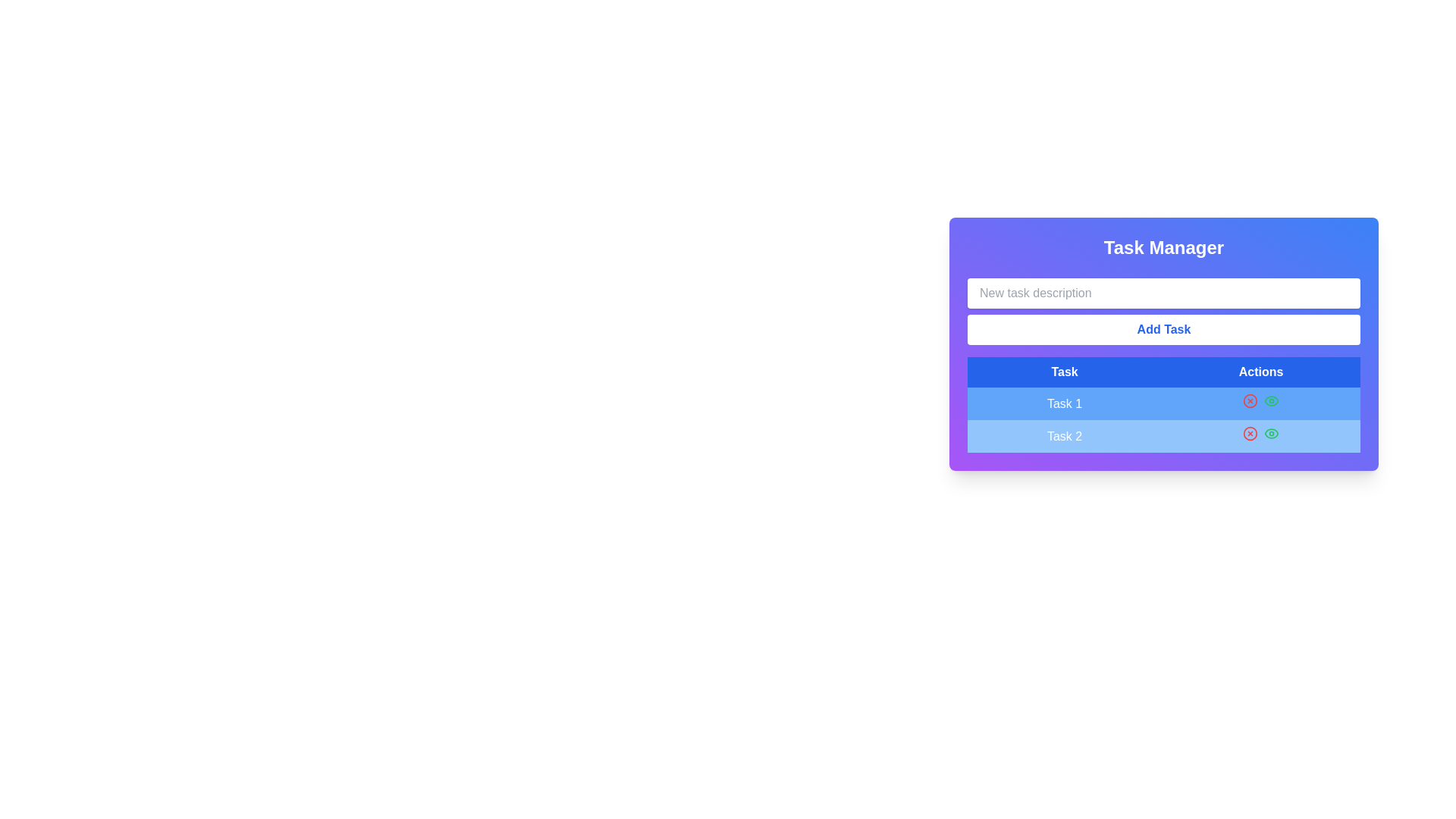 The width and height of the screenshot is (1456, 819). I want to click on the green eye icon in the 'Actions' column under 'Task 1' to toggle visibility or preview, so click(1272, 433).